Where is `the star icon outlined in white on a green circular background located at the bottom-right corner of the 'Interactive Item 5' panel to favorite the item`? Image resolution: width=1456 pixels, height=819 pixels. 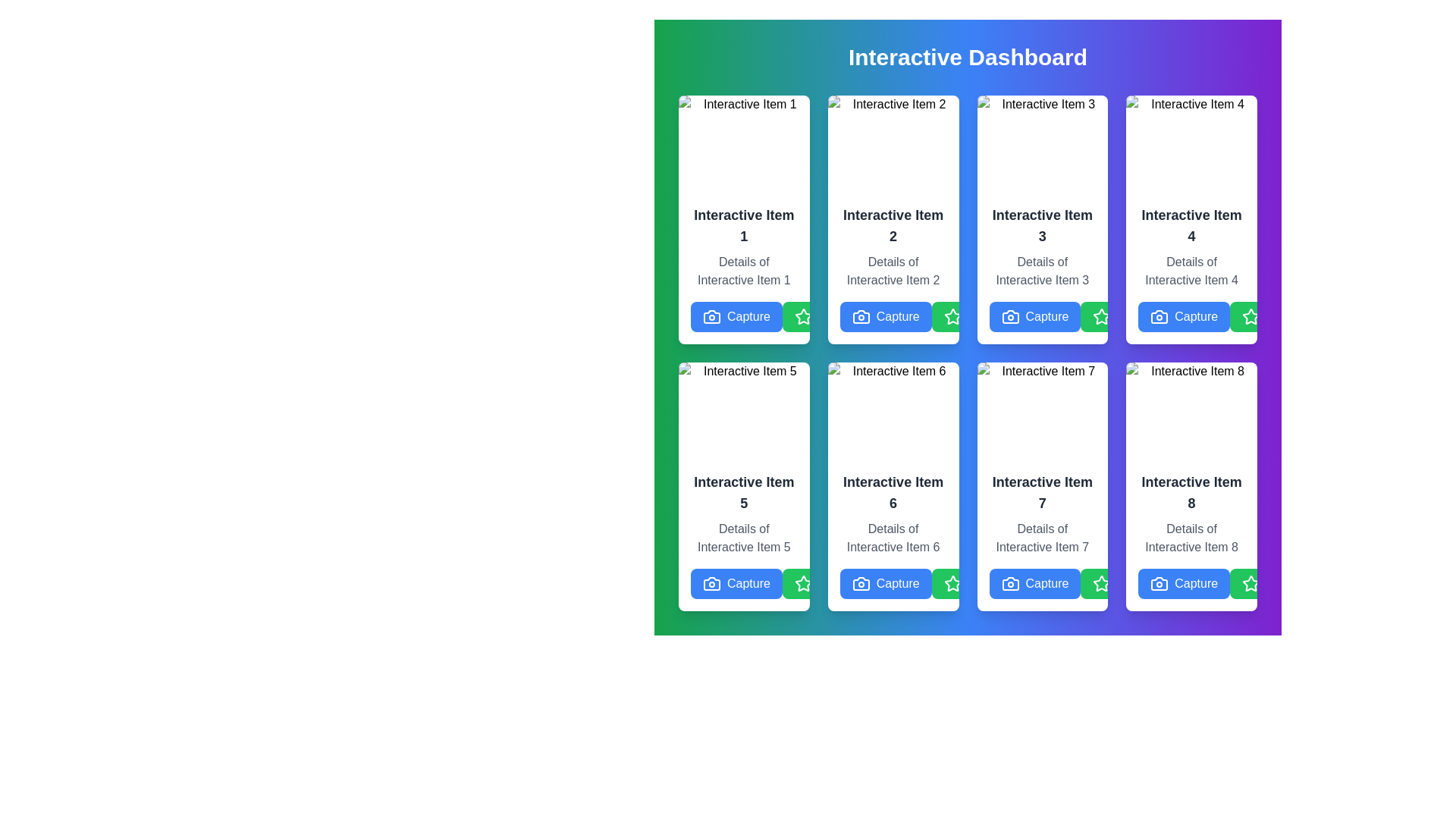
the star icon outlined in white on a green circular background located at the bottom-right corner of the 'Interactive Item 5' panel to favorite the item is located at coordinates (802, 583).